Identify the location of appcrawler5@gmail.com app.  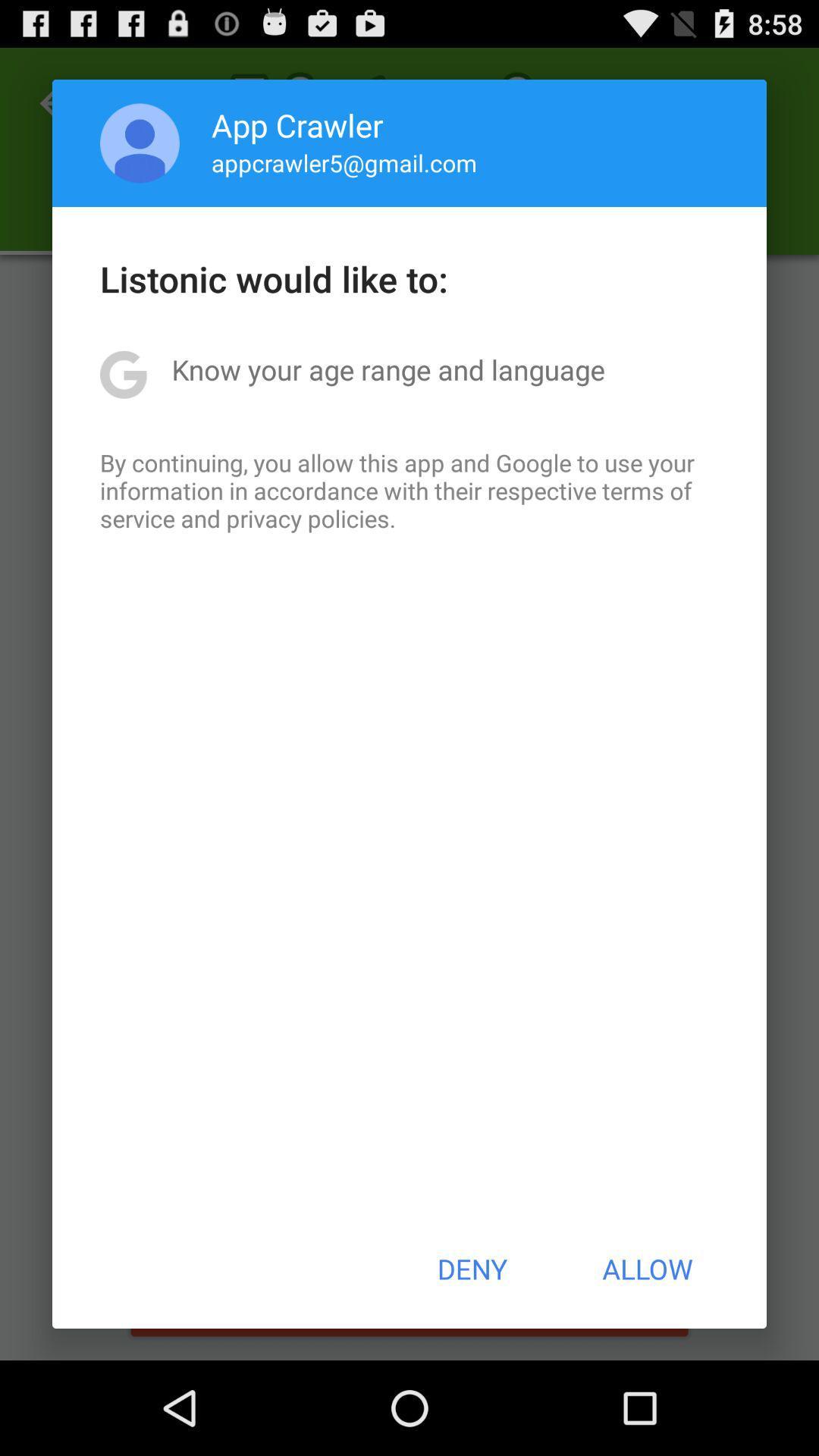
(344, 162).